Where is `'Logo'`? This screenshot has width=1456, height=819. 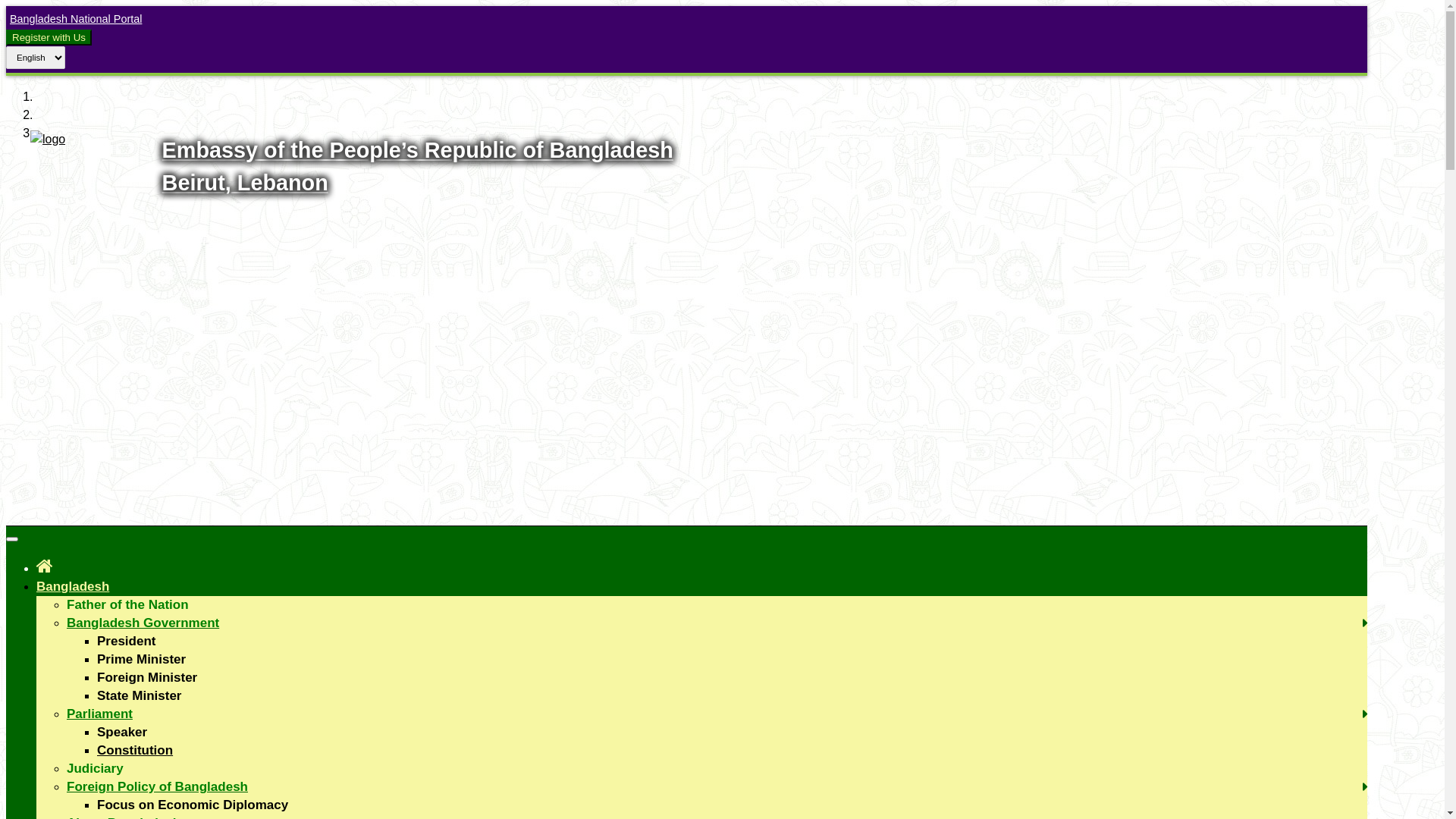 'Logo' is located at coordinates (47, 139).